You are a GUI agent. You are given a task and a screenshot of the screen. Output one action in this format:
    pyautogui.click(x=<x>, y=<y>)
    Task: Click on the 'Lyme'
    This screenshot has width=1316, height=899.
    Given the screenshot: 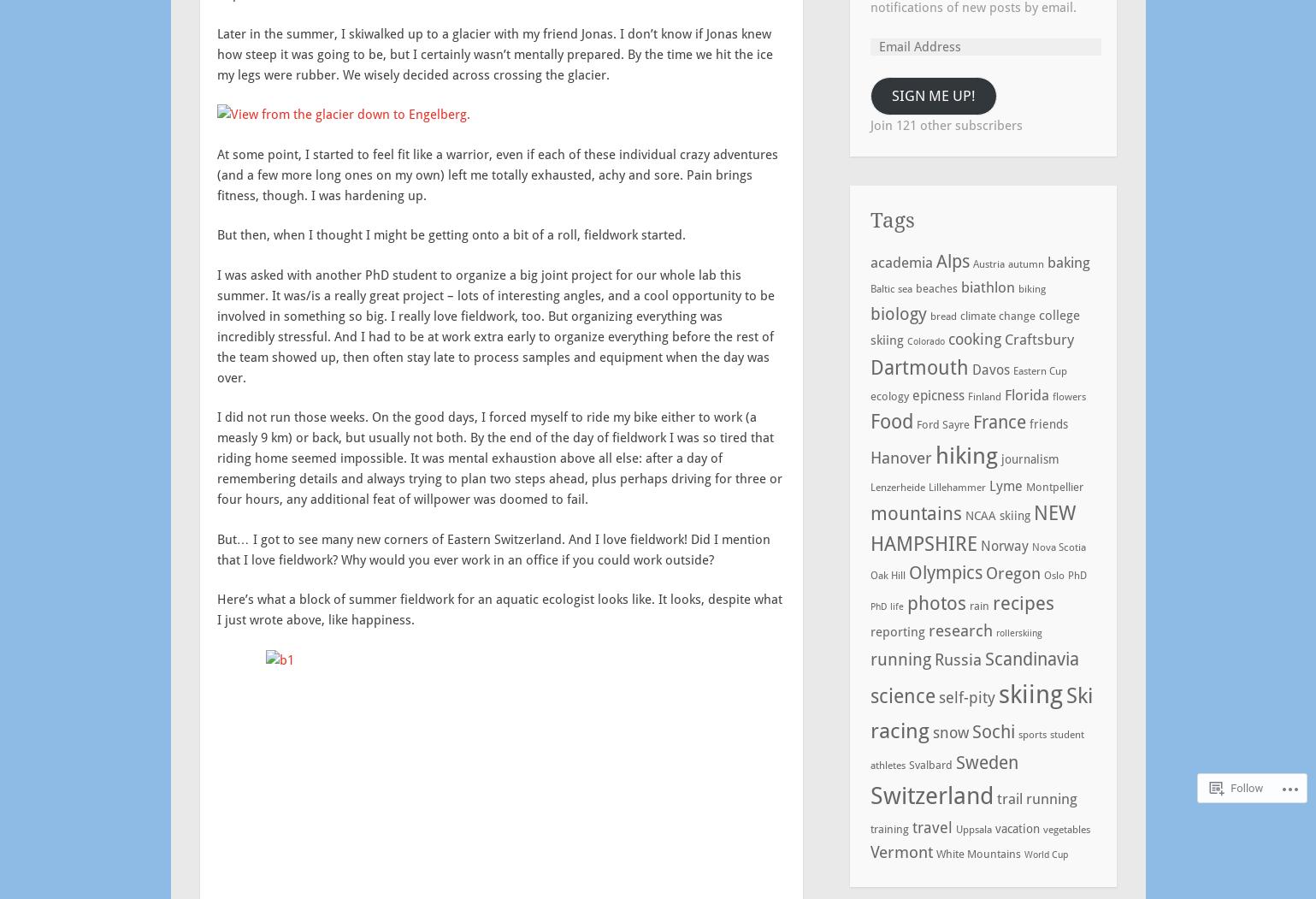 What is the action you would take?
    pyautogui.click(x=1004, y=485)
    